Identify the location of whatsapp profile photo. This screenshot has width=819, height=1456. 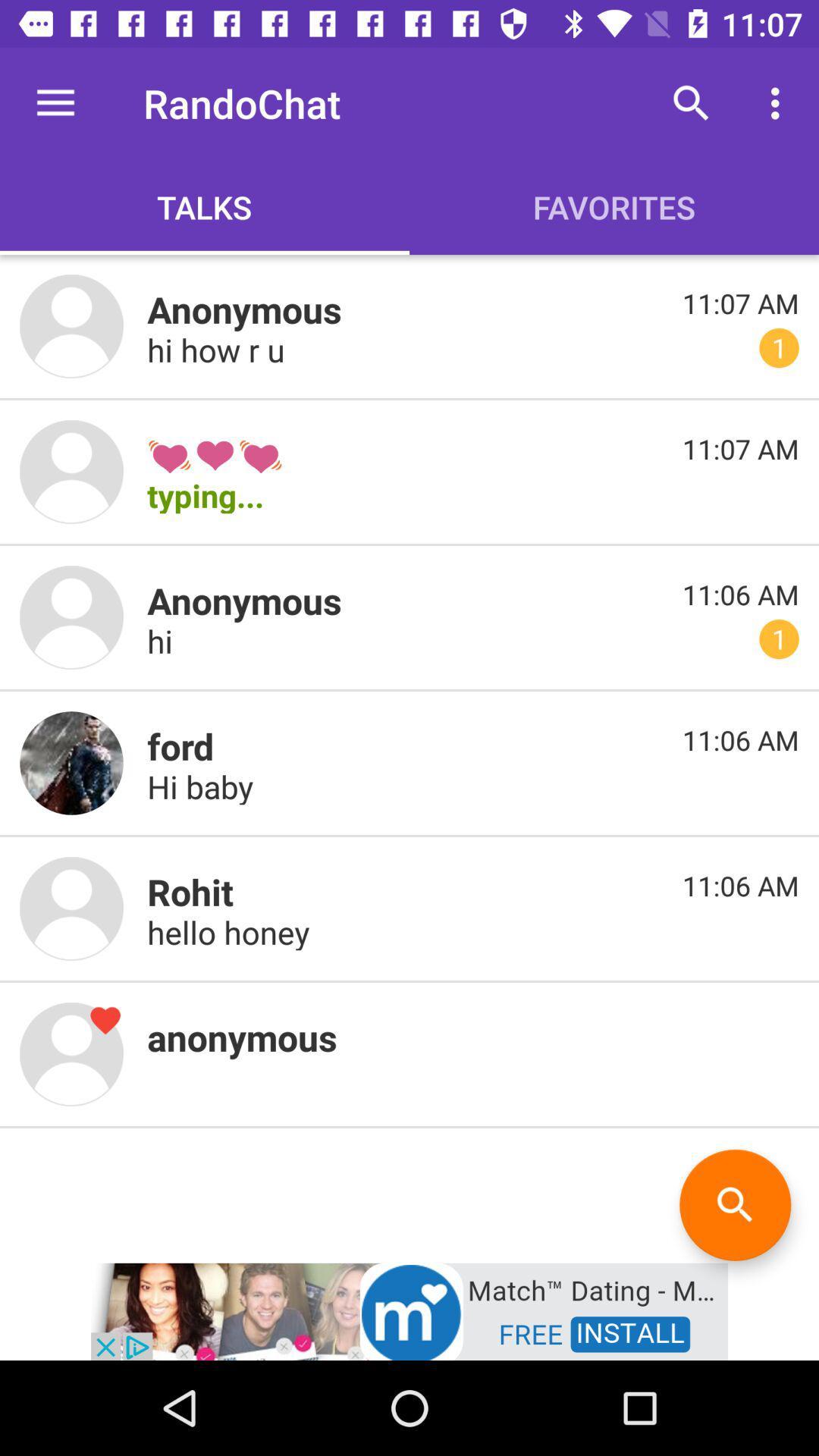
(71, 1053).